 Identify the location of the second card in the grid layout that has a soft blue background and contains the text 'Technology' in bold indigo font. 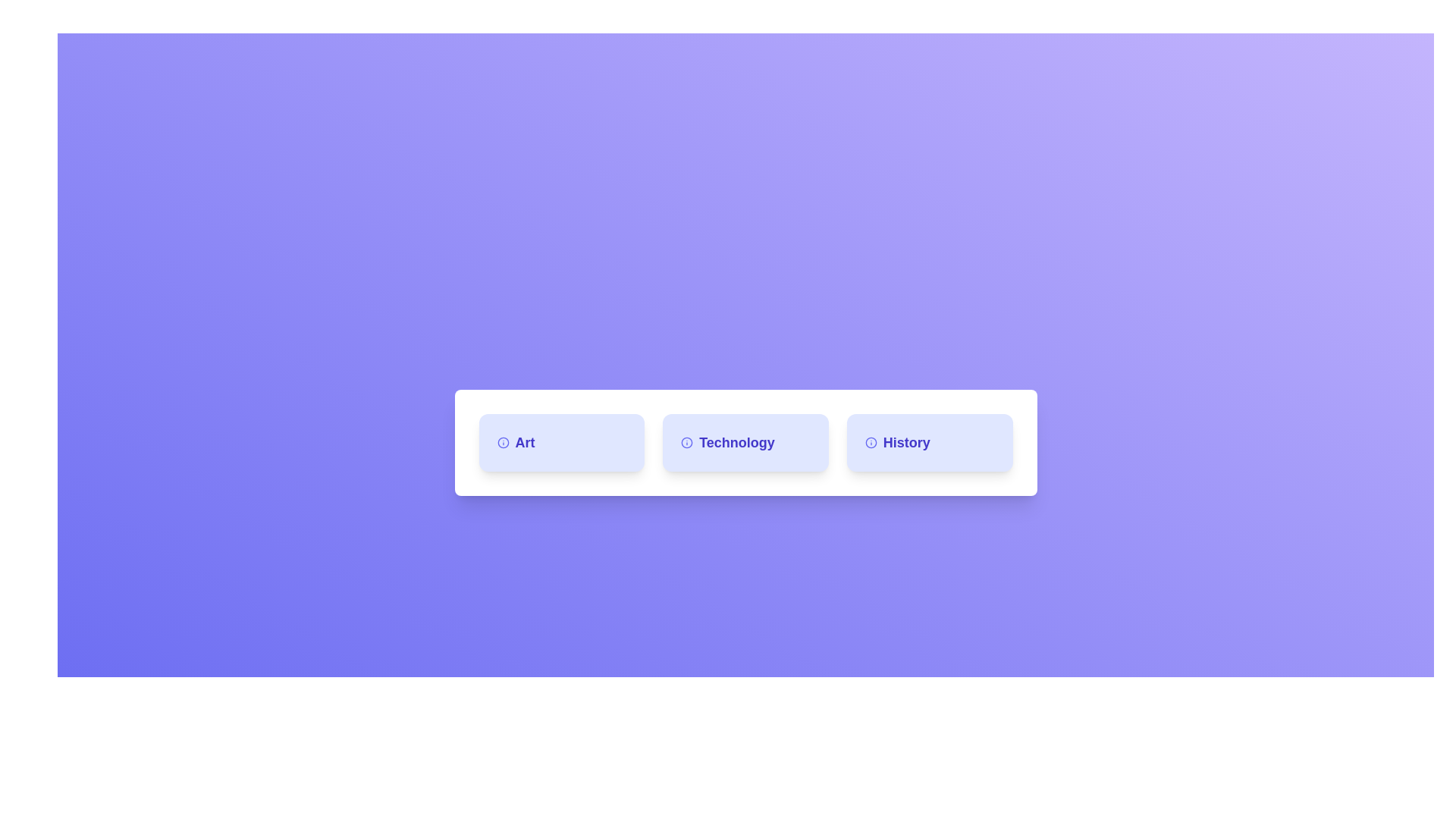
(745, 442).